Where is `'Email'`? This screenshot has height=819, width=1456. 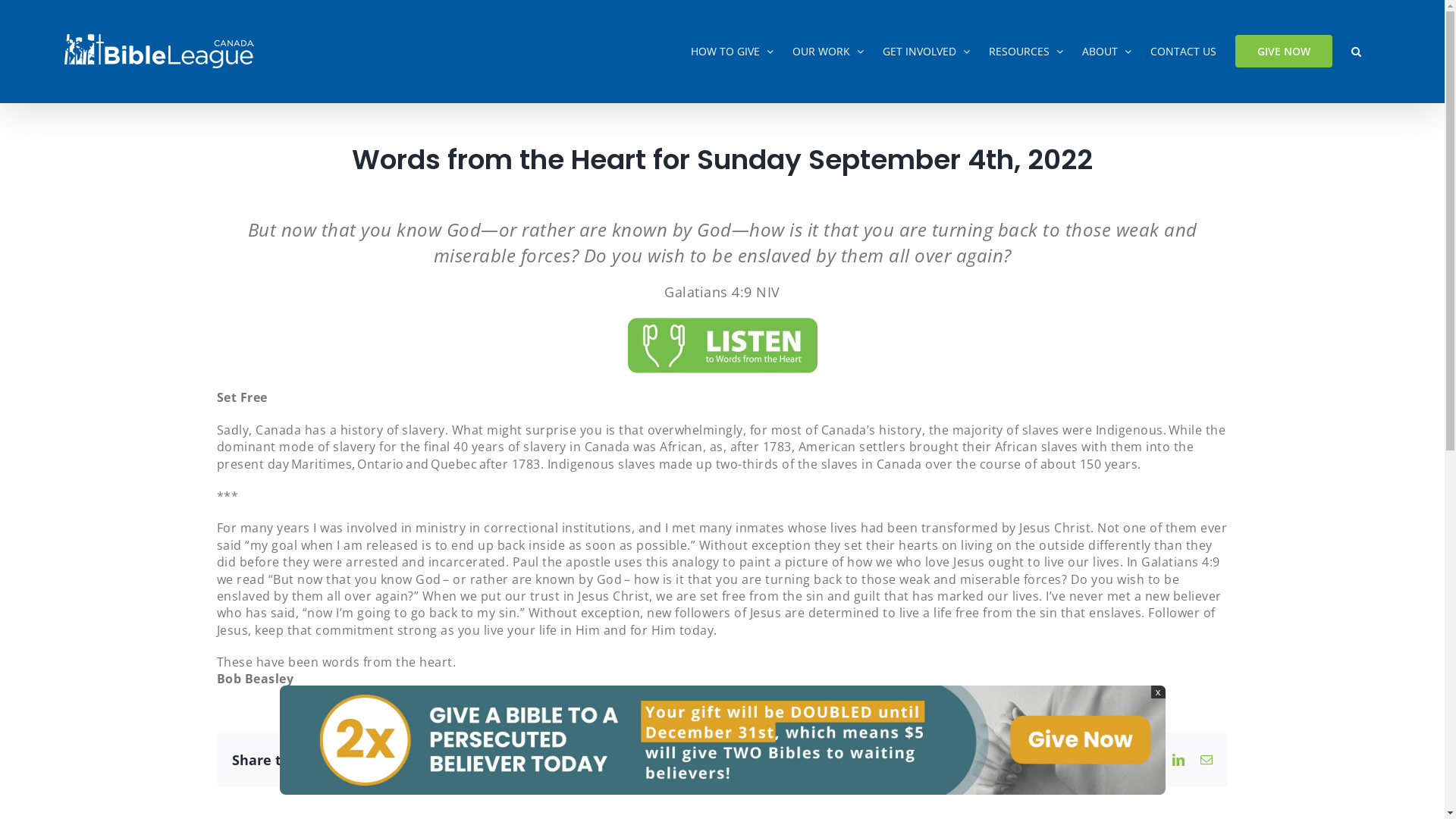 'Email' is located at coordinates (1206, 760).